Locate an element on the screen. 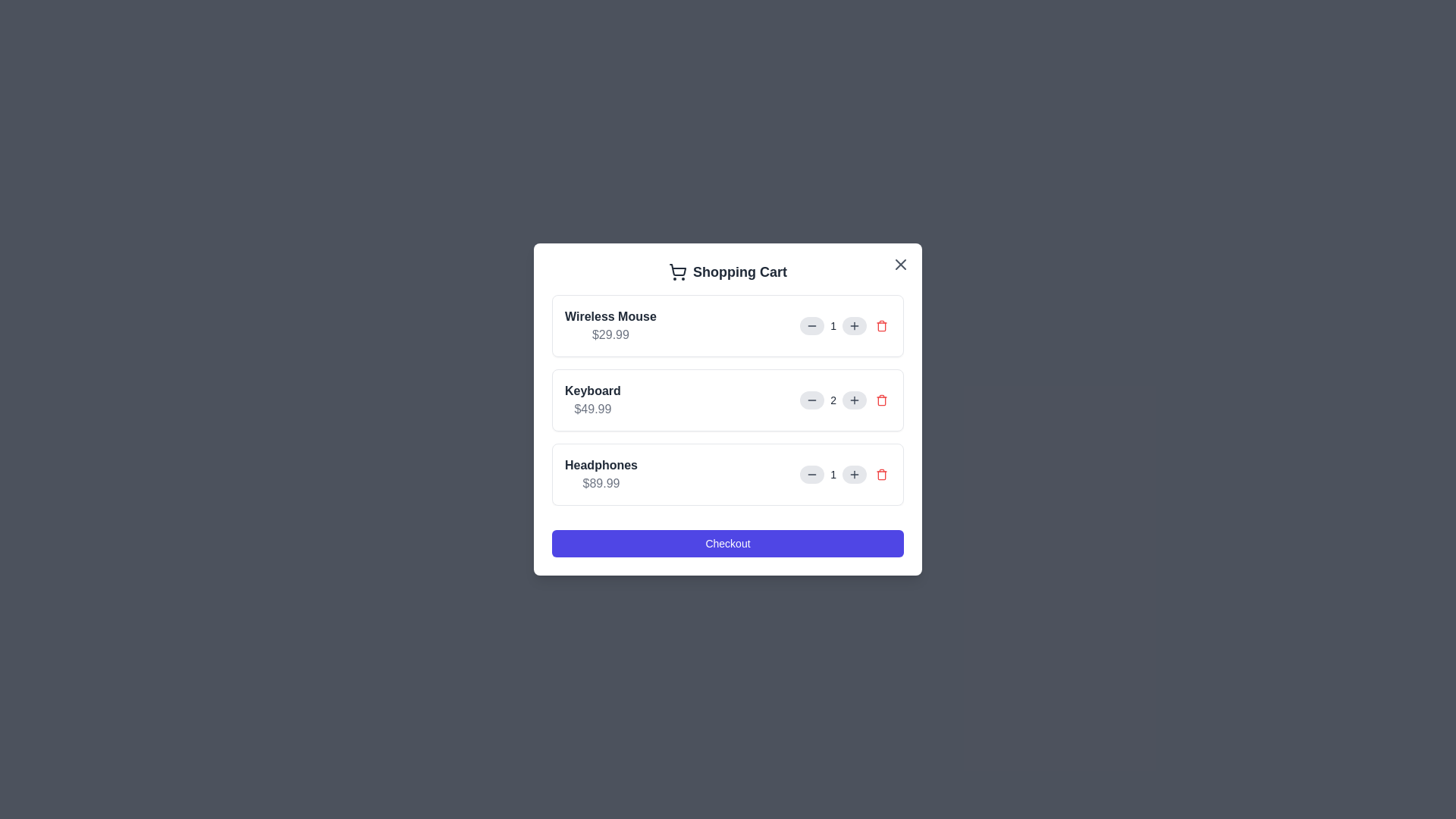  the red trash bin icon located at the far right of the quantity adjustment buttons in the first item's row of the shopping cart interface is located at coordinates (881, 325).